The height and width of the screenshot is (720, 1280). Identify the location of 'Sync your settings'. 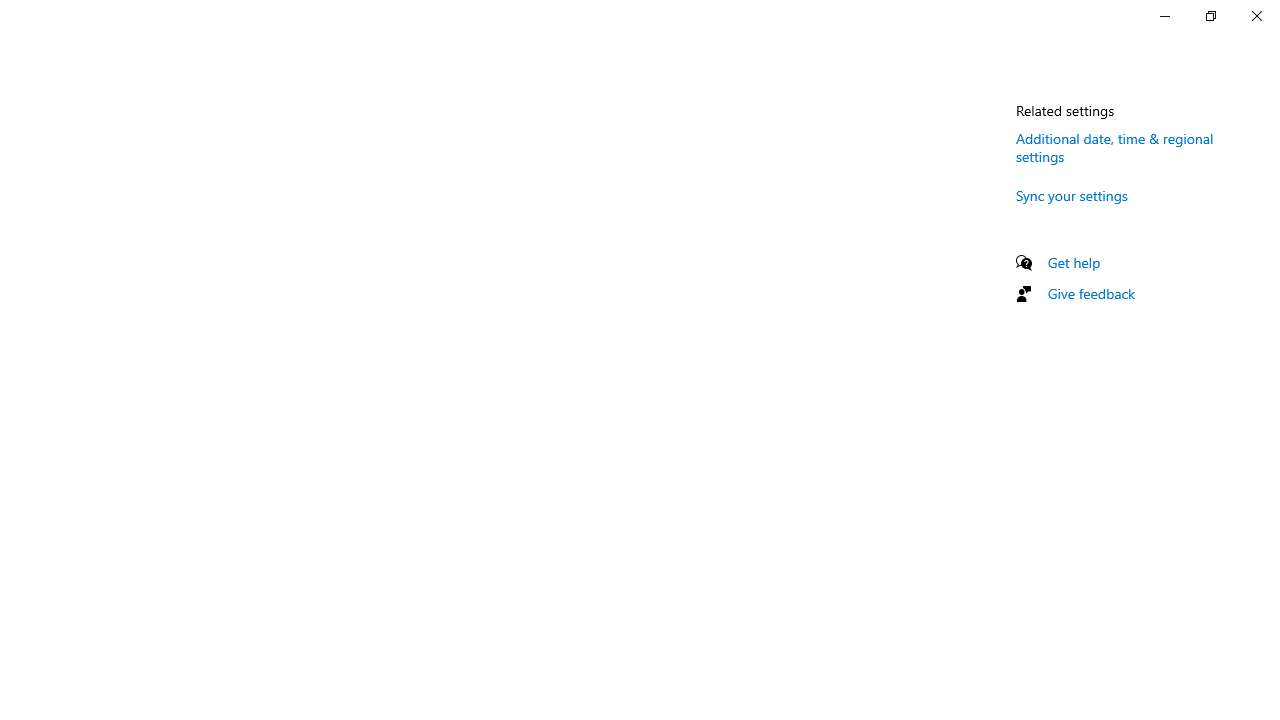
(1071, 195).